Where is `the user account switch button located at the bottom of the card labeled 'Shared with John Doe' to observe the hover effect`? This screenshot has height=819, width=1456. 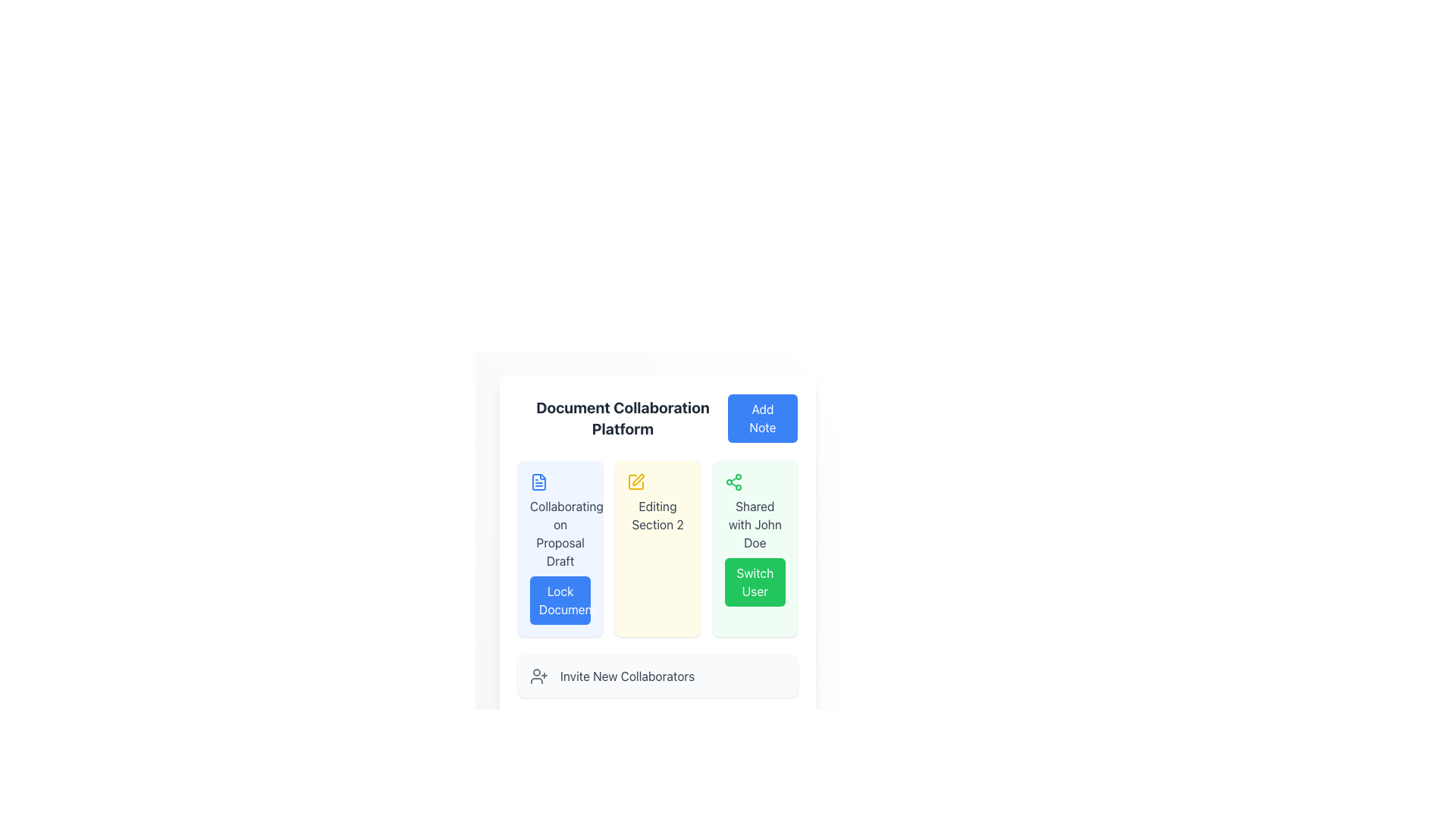
the user account switch button located at the bottom of the card labeled 'Shared with John Doe' to observe the hover effect is located at coordinates (755, 581).